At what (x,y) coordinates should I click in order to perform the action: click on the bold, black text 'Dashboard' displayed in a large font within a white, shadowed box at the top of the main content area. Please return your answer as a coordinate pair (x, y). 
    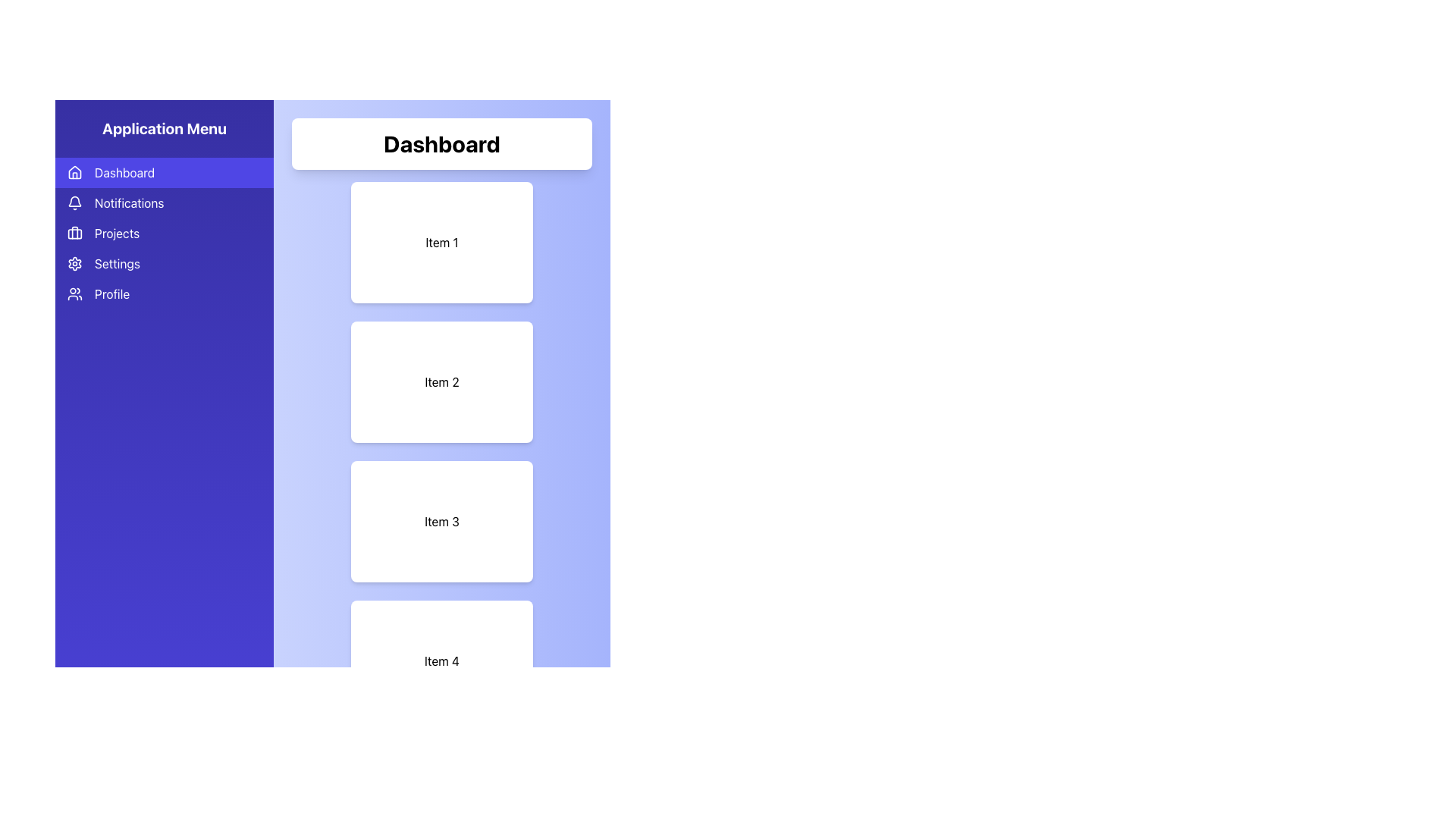
    Looking at the image, I should click on (441, 143).